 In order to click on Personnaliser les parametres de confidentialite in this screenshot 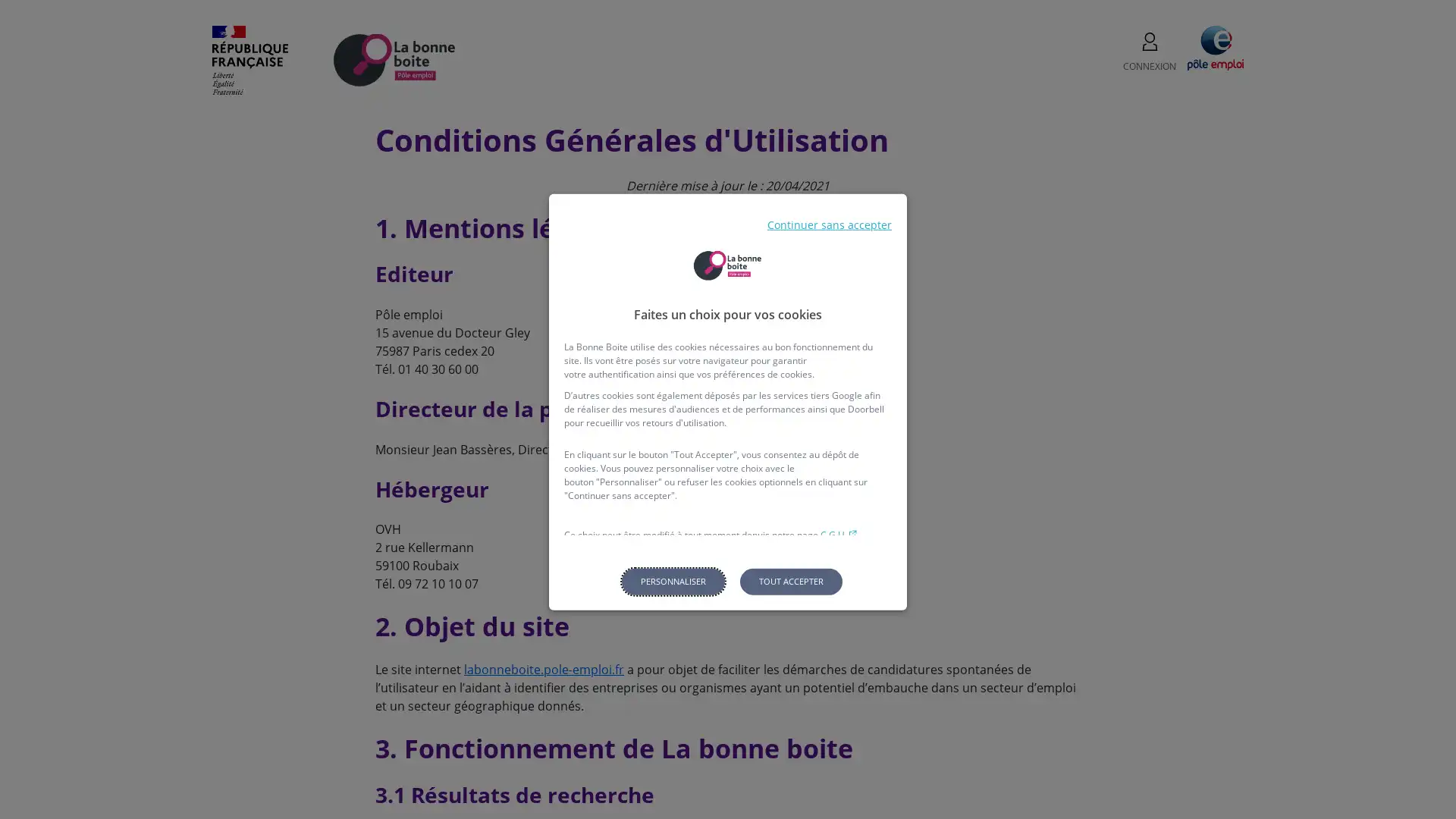, I will do `click(672, 580)`.